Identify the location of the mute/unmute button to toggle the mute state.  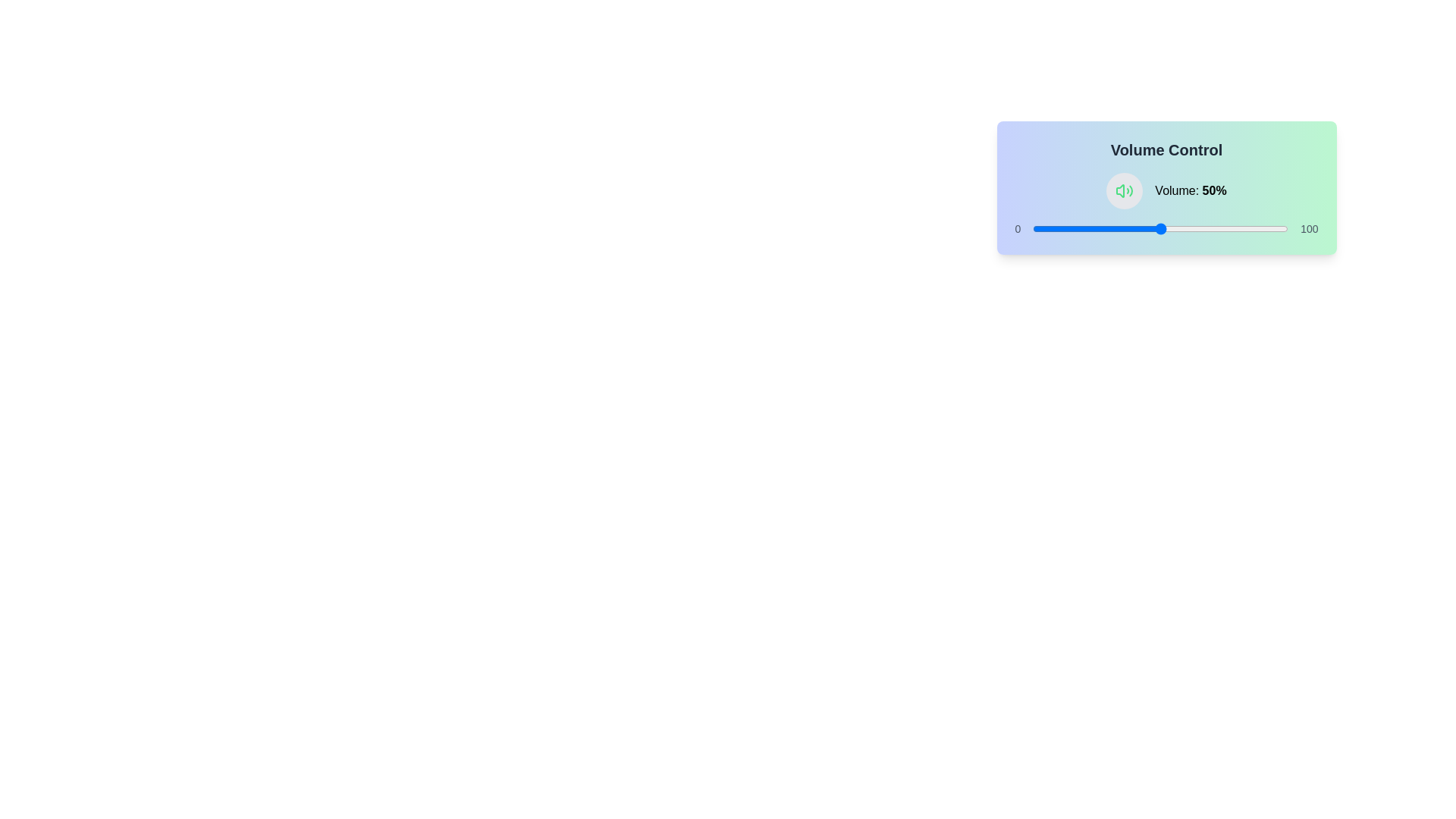
(1125, 190).